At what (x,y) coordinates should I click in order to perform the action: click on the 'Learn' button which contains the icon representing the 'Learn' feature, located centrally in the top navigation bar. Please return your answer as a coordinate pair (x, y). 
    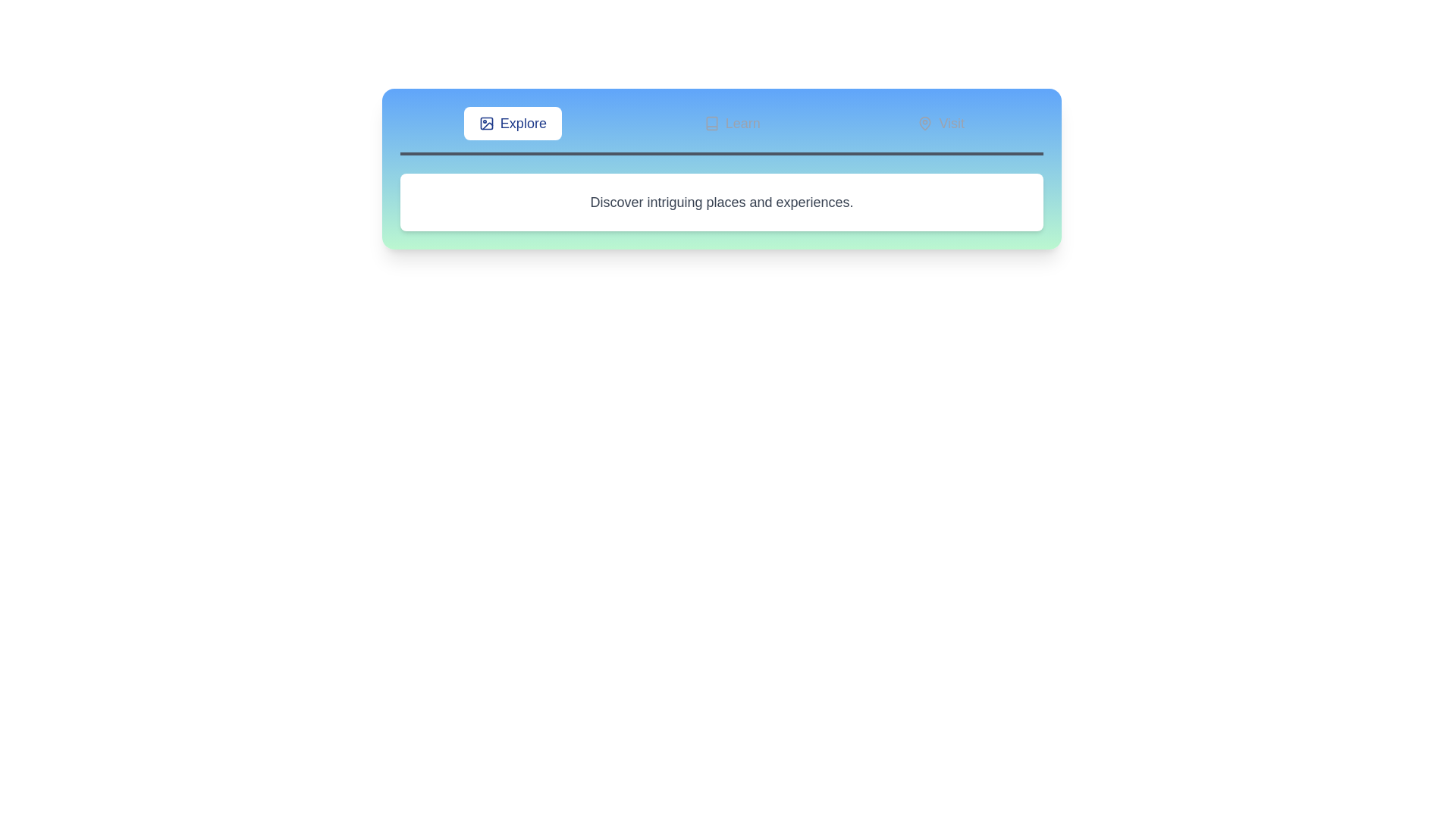
    Looking at the image, I should click on (711, 122).